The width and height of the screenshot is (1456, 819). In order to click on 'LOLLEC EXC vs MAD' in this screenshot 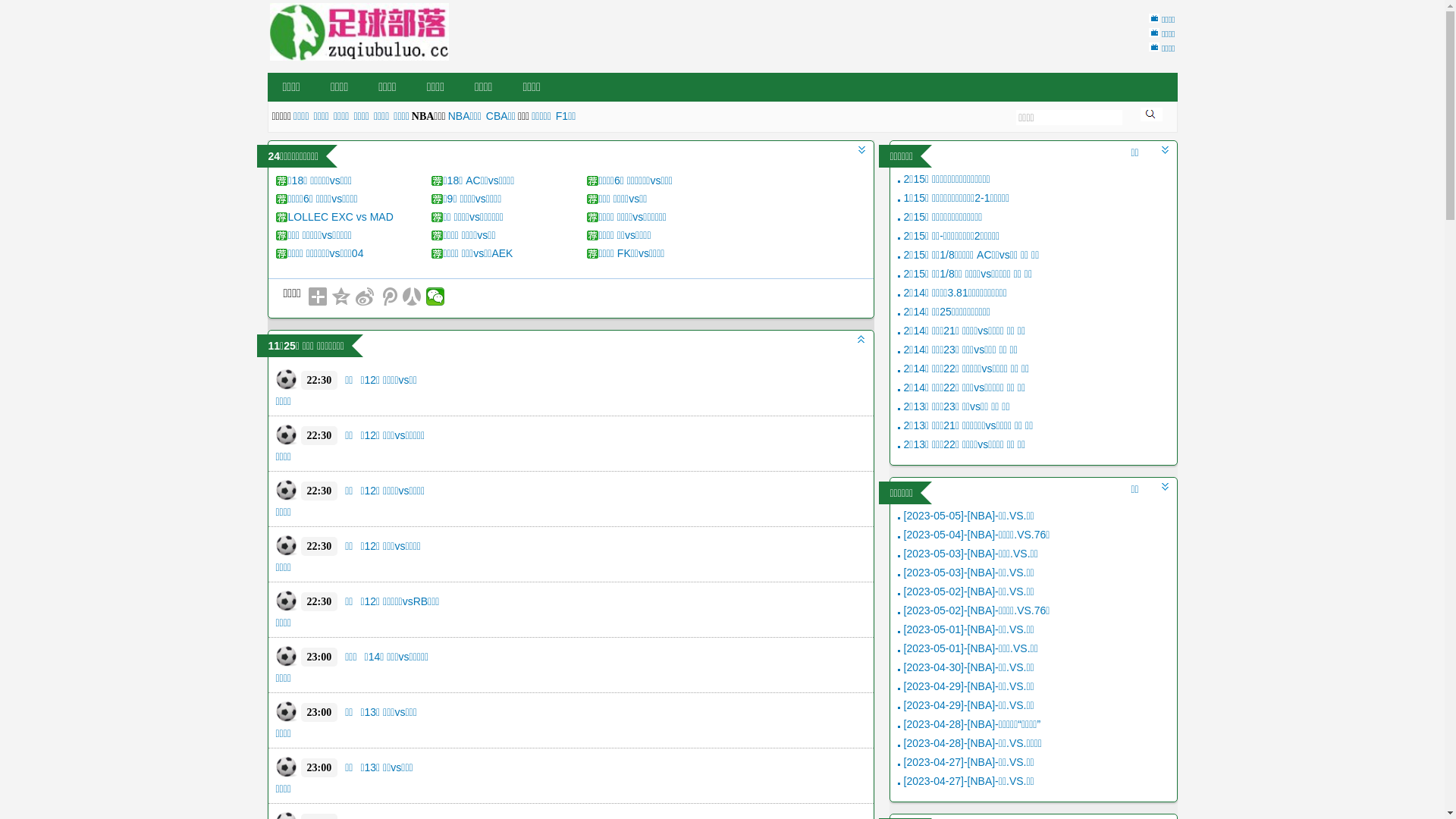, I will do `click(340, 216)`.